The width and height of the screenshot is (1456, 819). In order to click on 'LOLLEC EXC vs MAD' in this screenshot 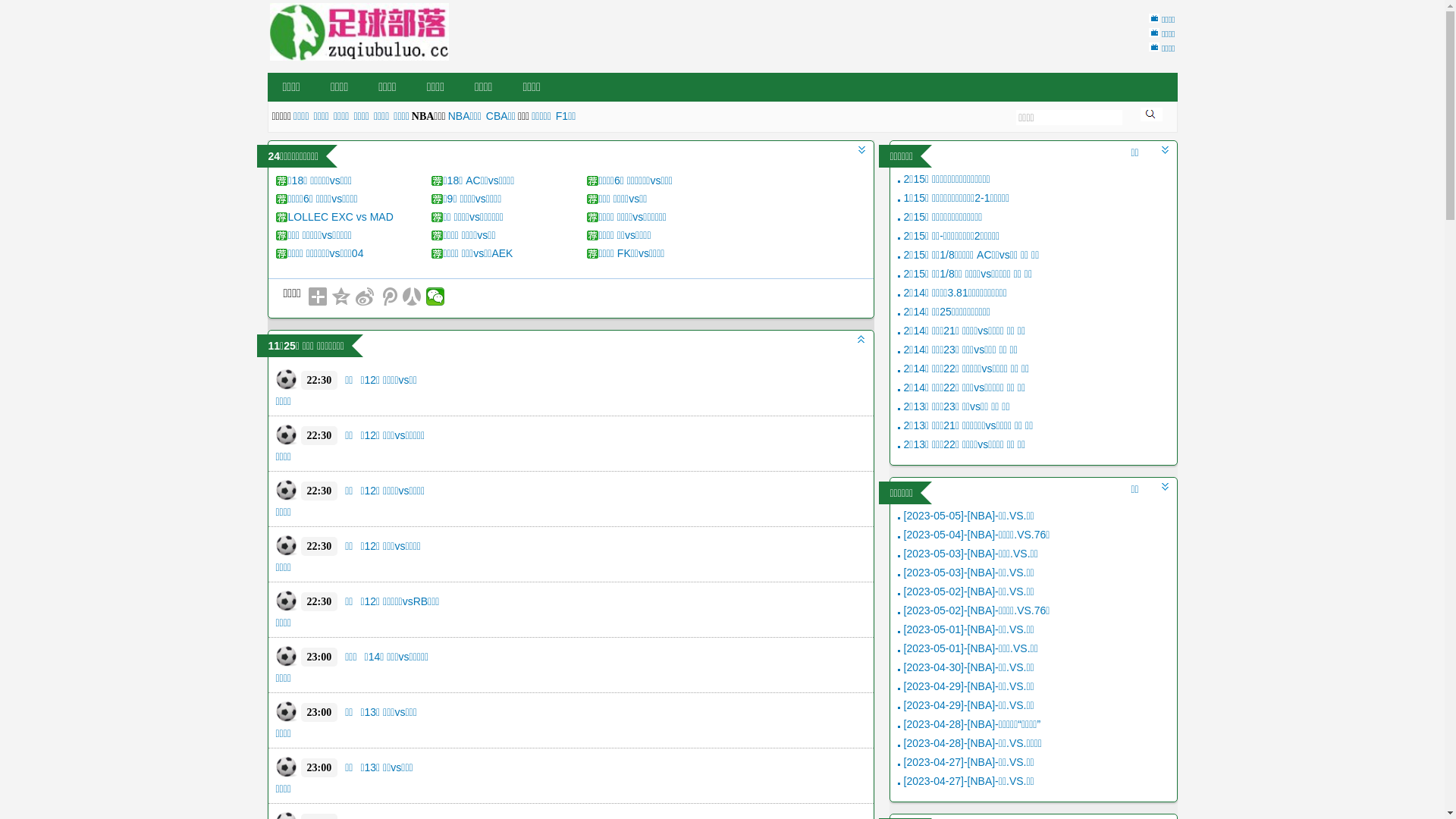, I will do `click(340, 216)`.